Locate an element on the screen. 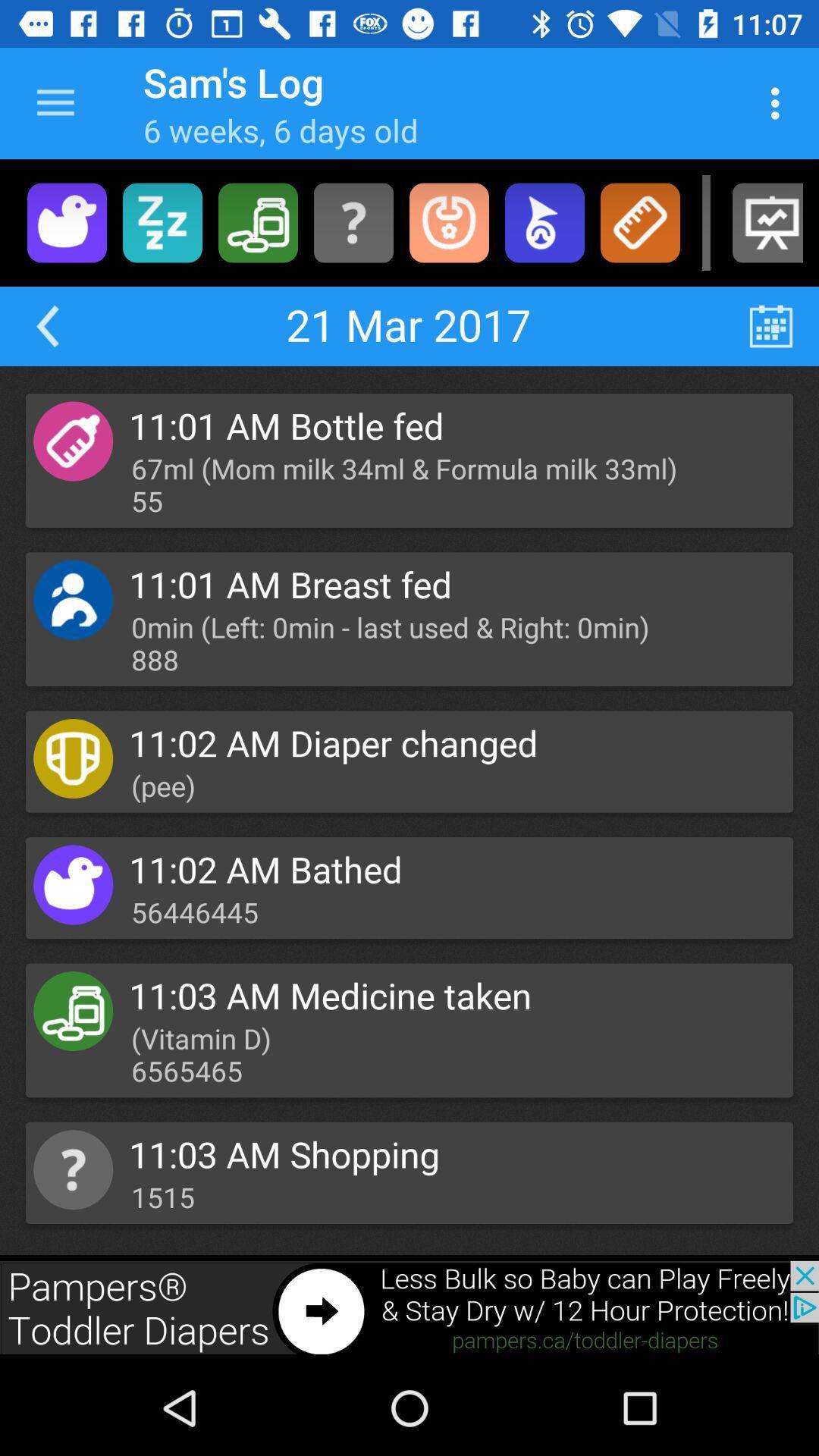 The image size is (819, 1456). advertisement is located at coordinates (353, 221).